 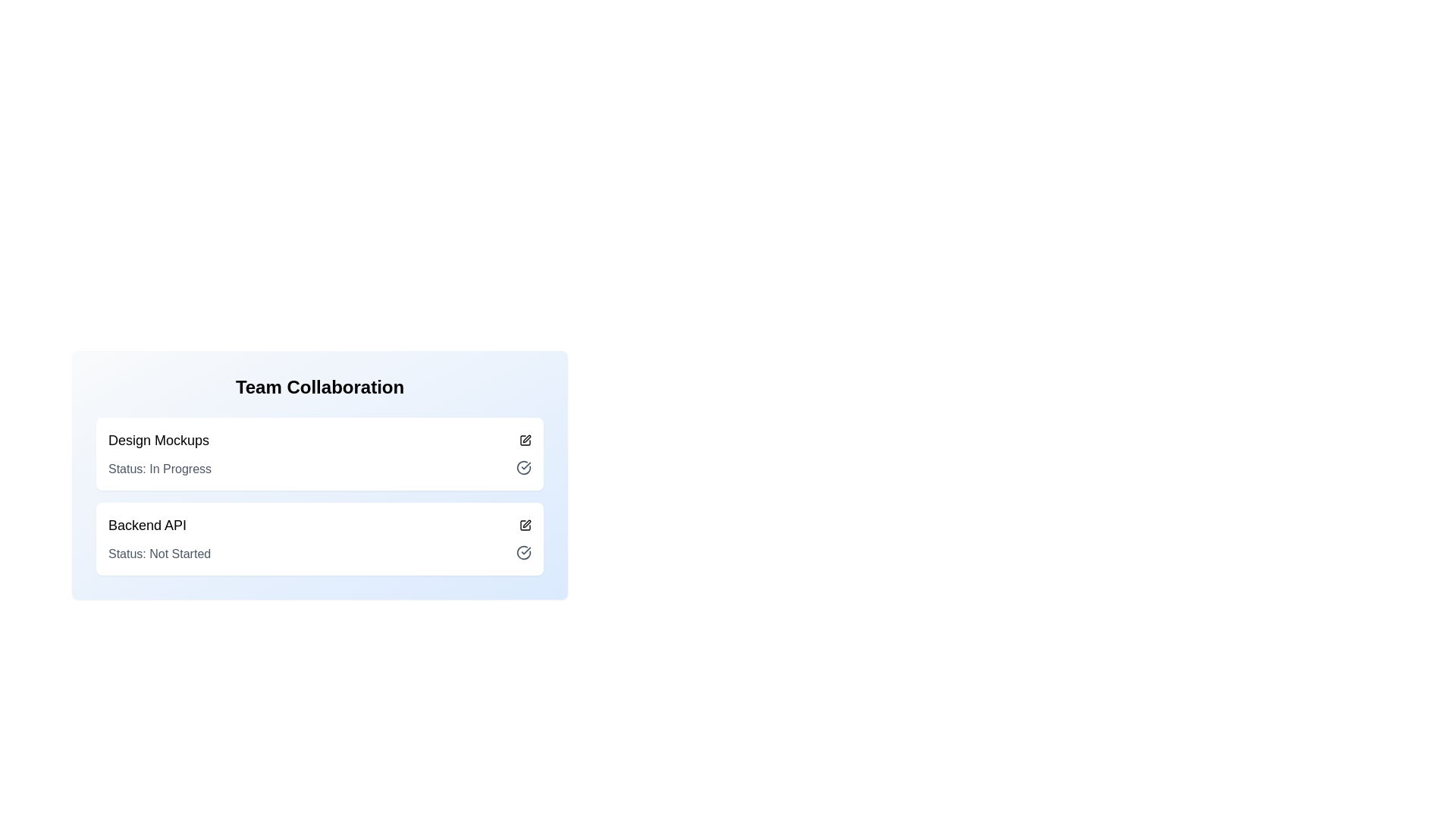 What do you see at coordinates (527, 438) in the screenshot?
I see `the edit button, which is a small graphical icon resembling a pen or pencil located on the right-hand side of the 'Design Mockups' section next to a checkmark icon` at bounding box center [527, 438].